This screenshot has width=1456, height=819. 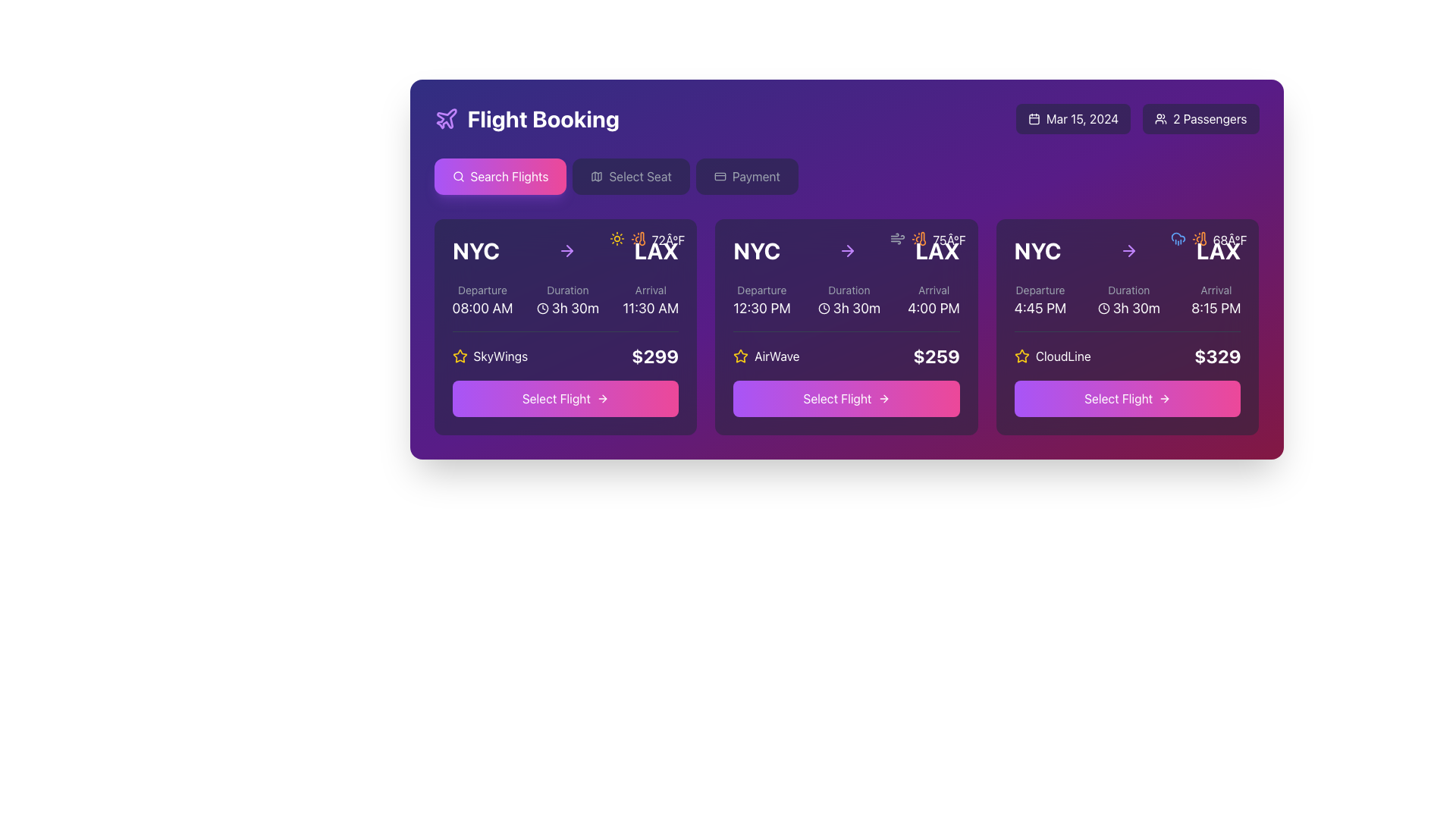 I want to click on the yellow star-shaped icon and text label combination for 'CloudLine', so click(x=1052, y=356).